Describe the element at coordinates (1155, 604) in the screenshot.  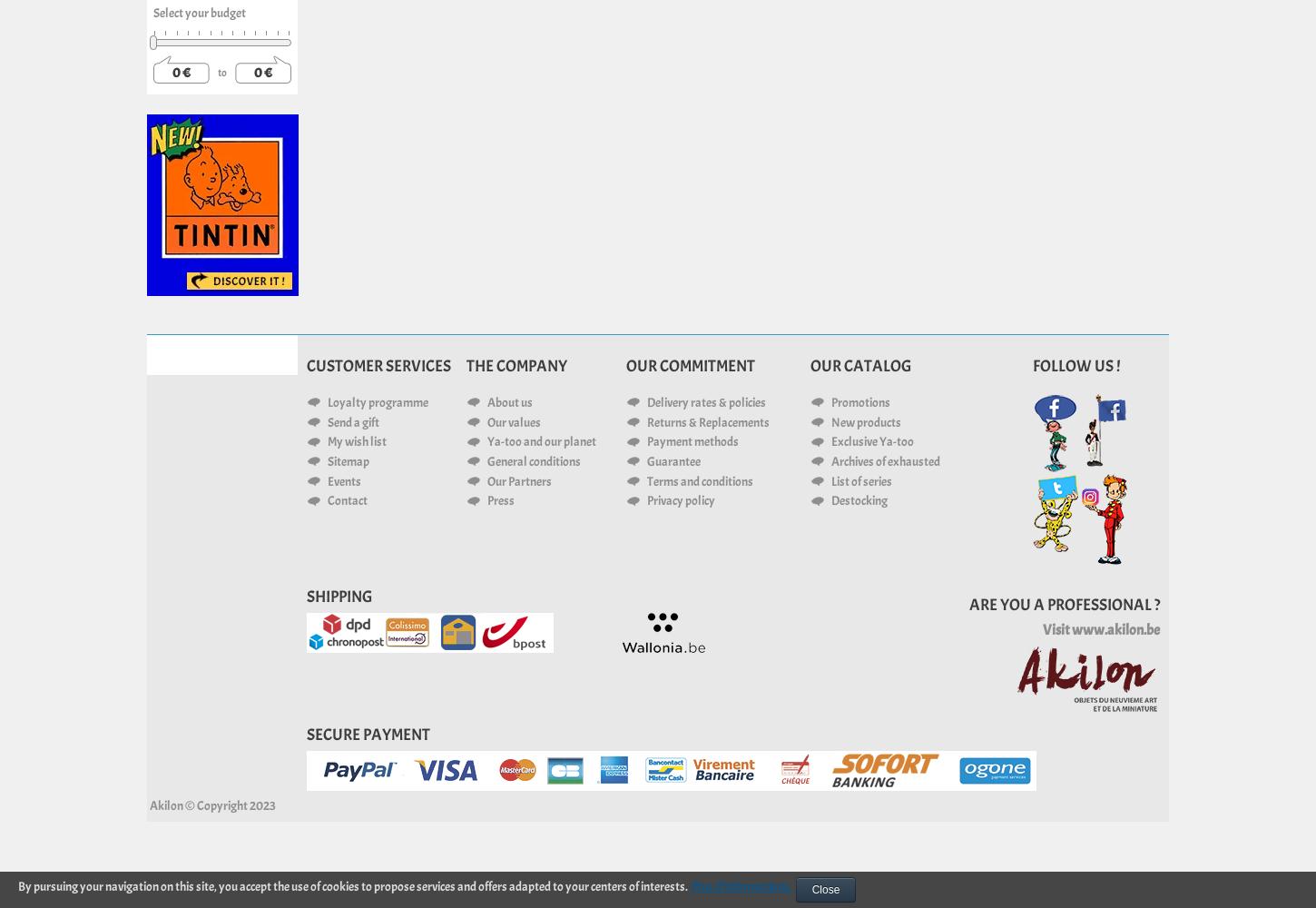
I see `'?'` at that location.